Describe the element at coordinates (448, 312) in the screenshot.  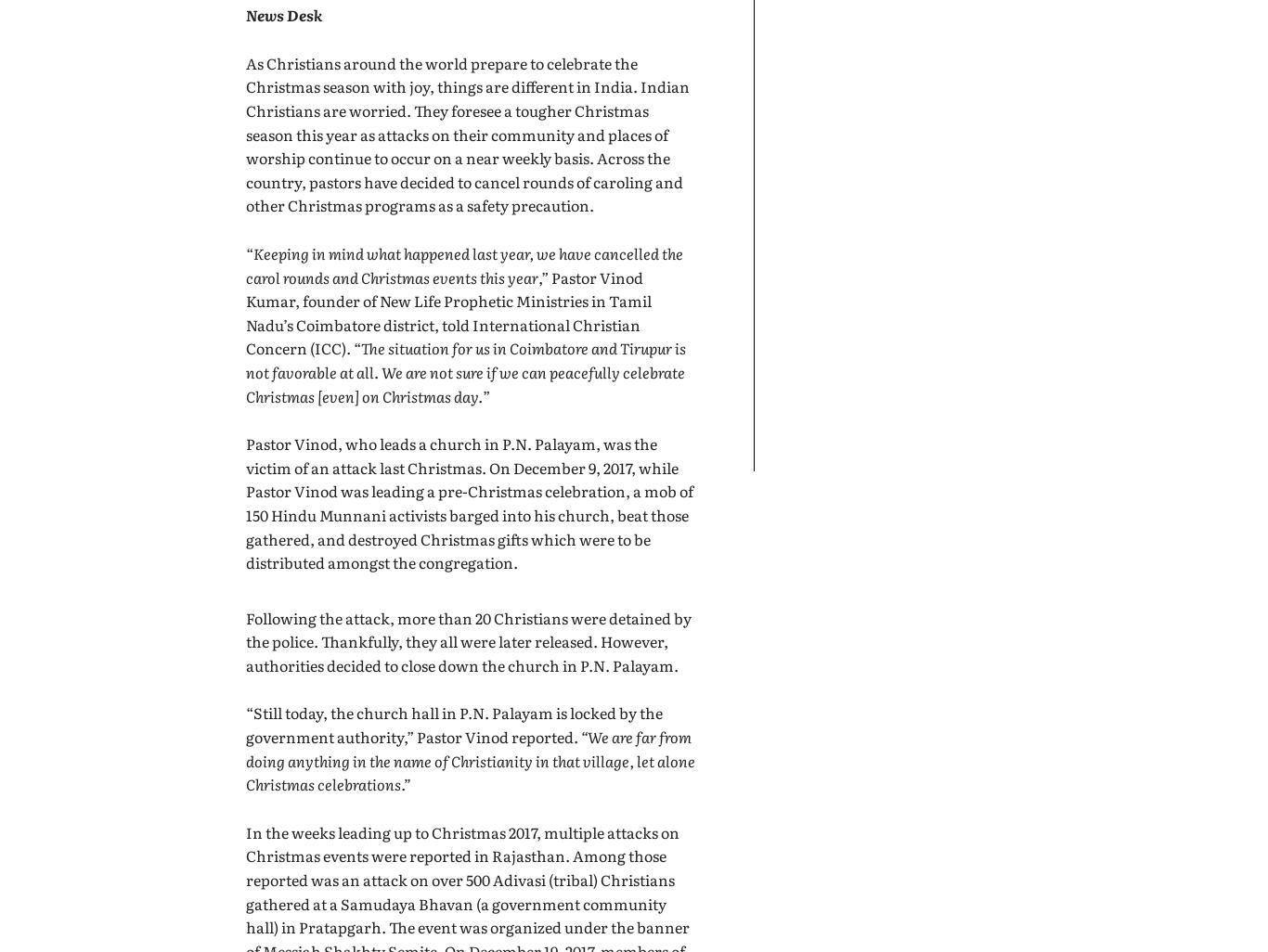
I see `',” Pastor Vinod Kumar, founder of New Life Prophetic Ministries in Tamil Nadu’s Coimbatore district, told International Christian Concern (ICC). “'` at that location.